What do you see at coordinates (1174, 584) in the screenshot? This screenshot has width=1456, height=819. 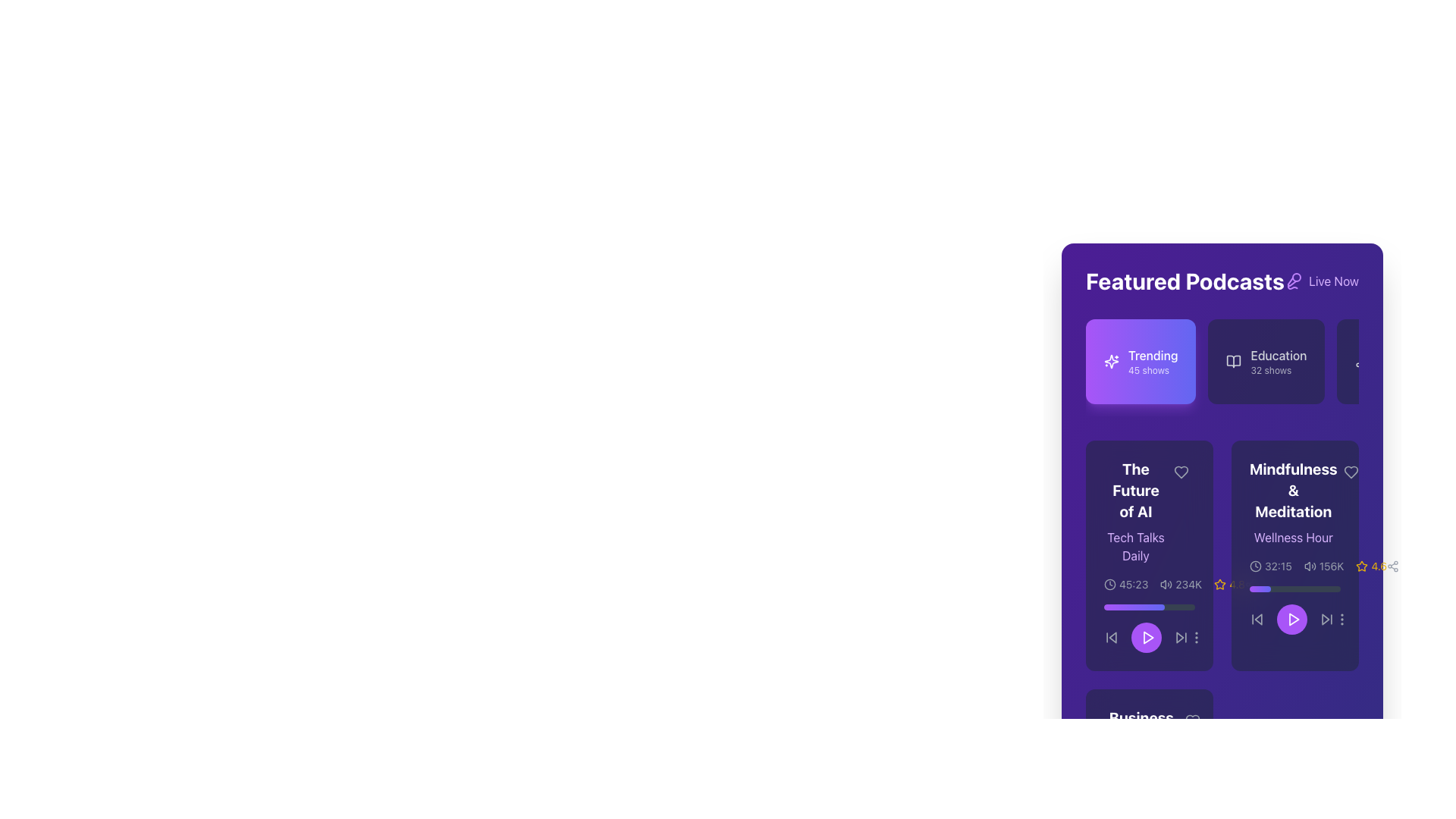 I see `the Information bar containing labels and icons for the podcast 'The Future of AI'` at bounding box center [1174, 584].